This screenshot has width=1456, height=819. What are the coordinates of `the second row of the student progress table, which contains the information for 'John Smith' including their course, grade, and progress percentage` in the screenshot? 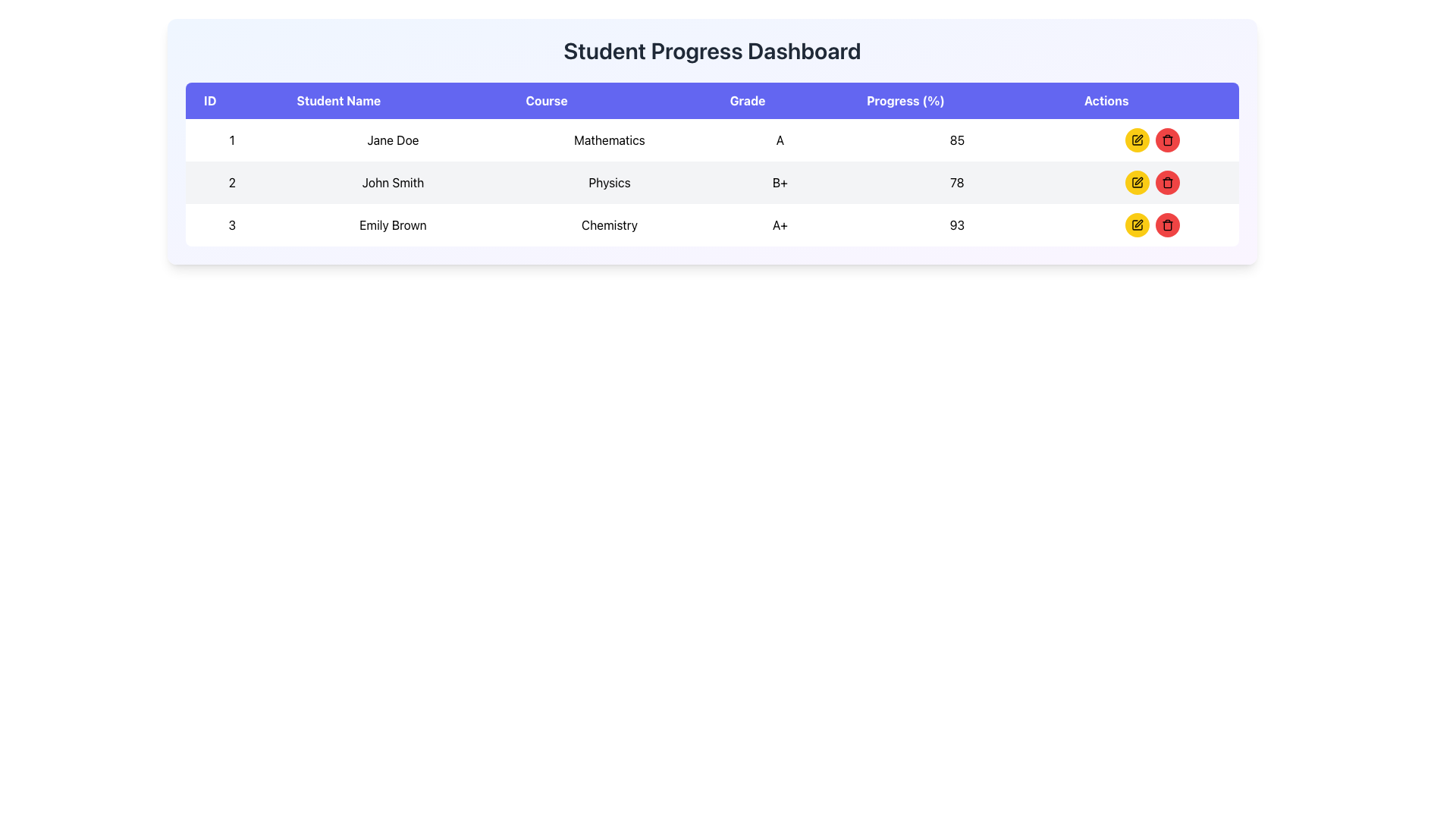 It's located at (711, 181).